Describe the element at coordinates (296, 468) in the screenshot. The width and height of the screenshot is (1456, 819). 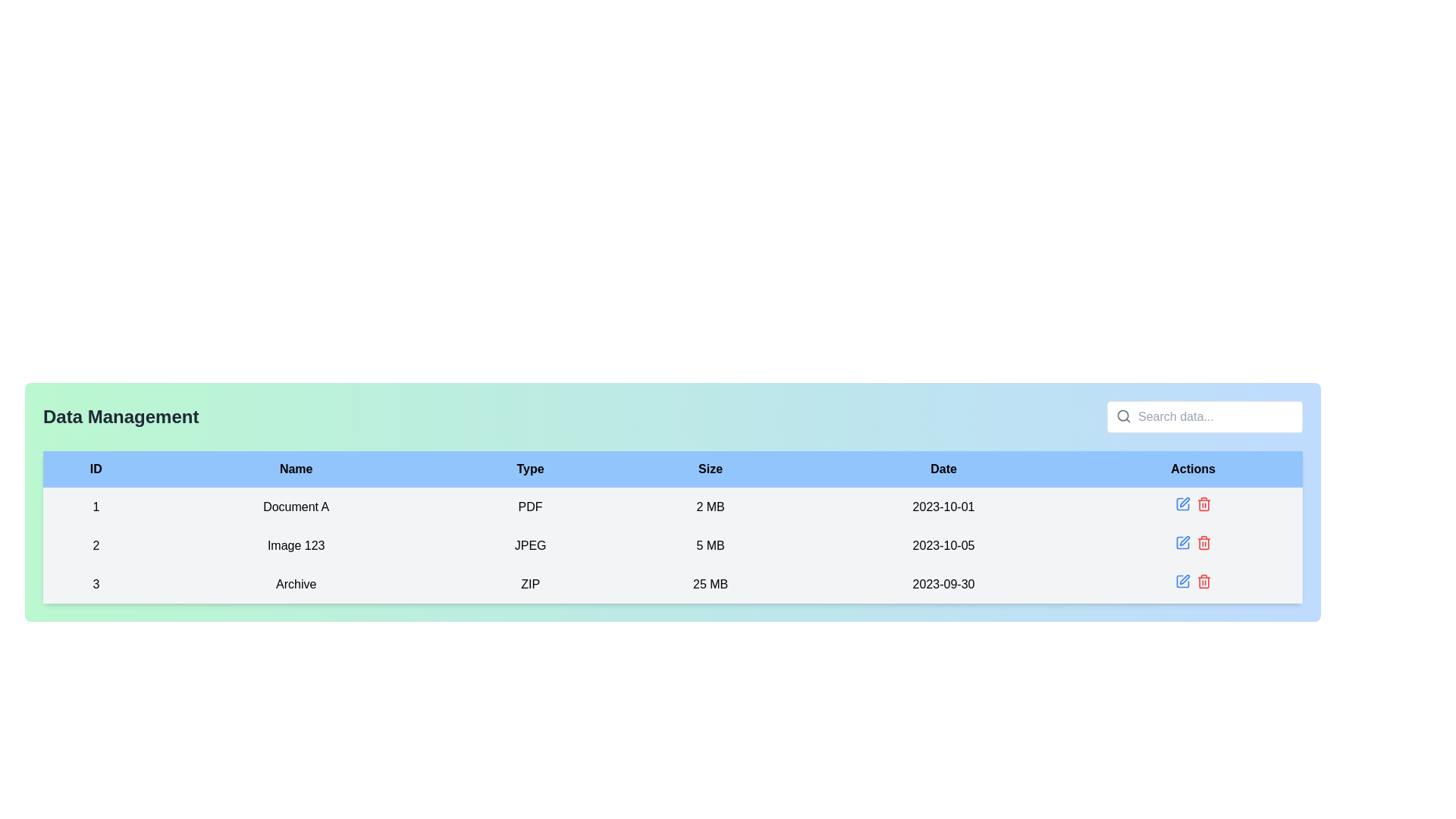
I see `the Table Header Cell that indicates the following column contains names, positioned between the 'ID' and 'Type' headers in the table header row` at that location.